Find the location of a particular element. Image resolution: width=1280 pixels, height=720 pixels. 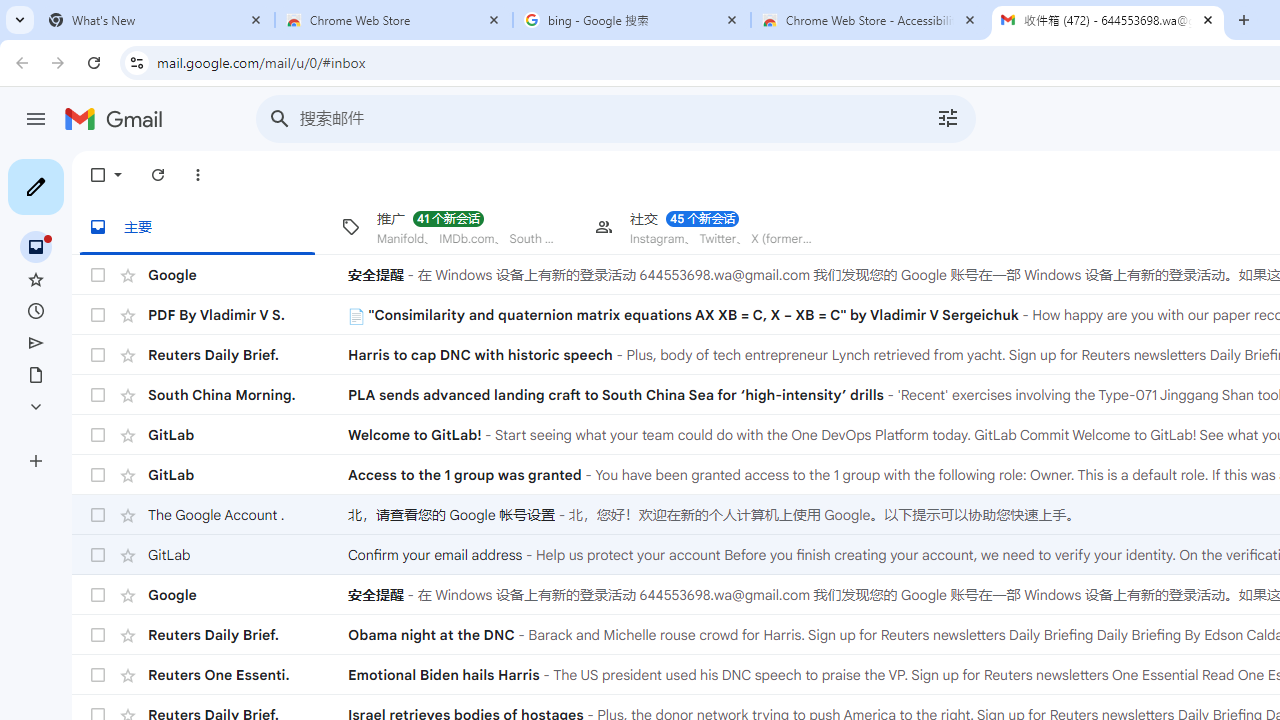

'Close' is located at coordinates (1207, 19).